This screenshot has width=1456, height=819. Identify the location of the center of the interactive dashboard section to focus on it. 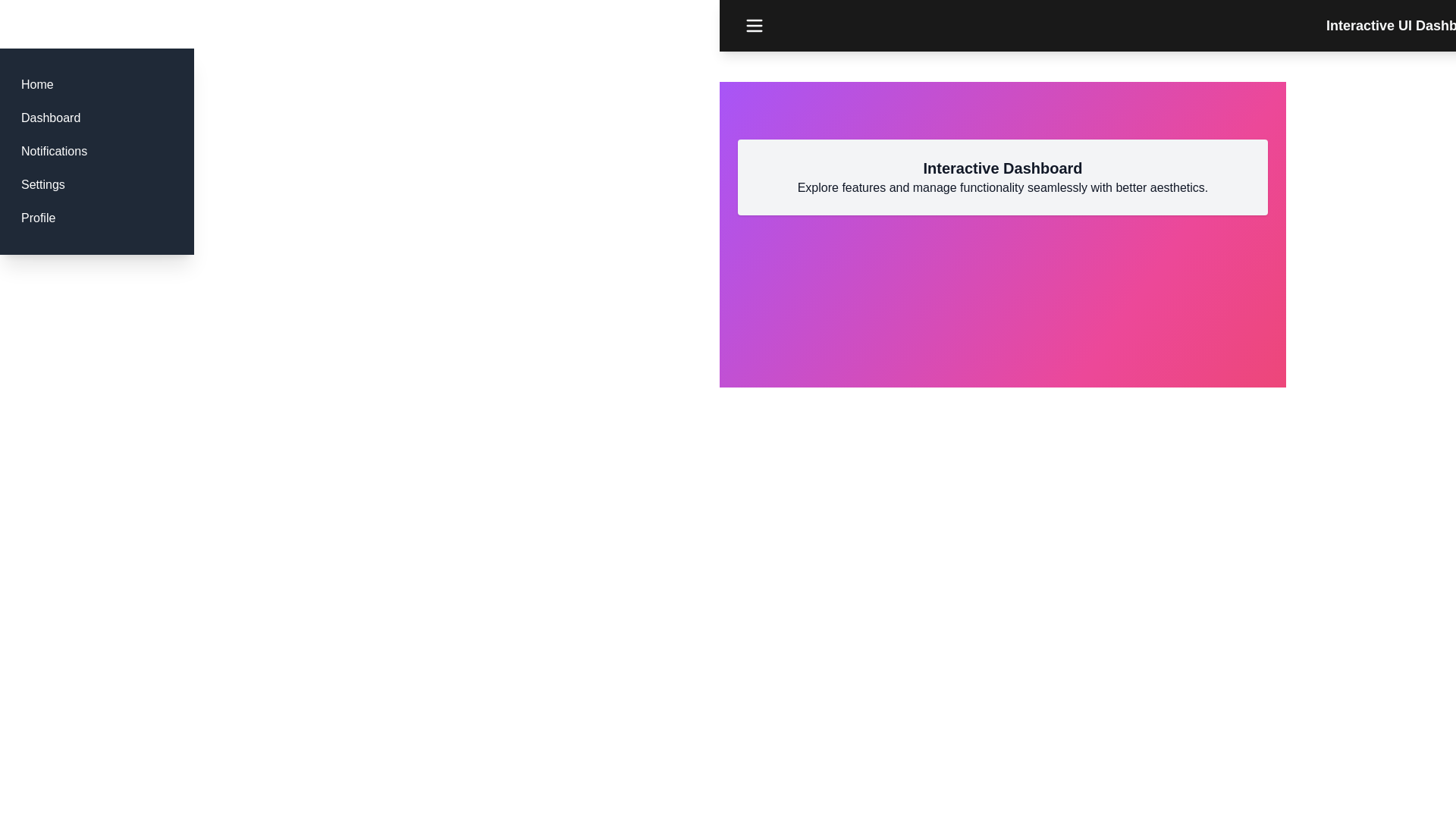
(1003, 149).